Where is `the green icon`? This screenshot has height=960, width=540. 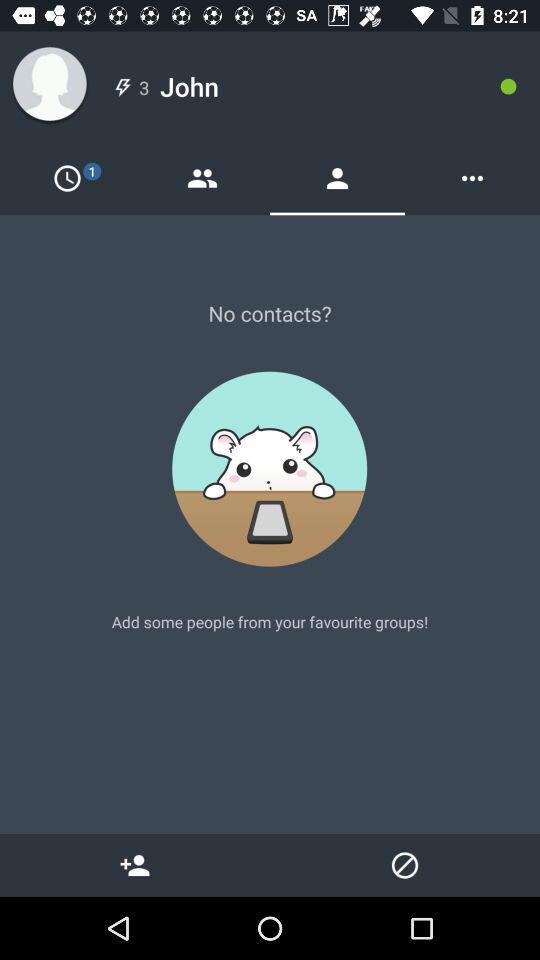 the green icon is located at coordinates (508, 86).